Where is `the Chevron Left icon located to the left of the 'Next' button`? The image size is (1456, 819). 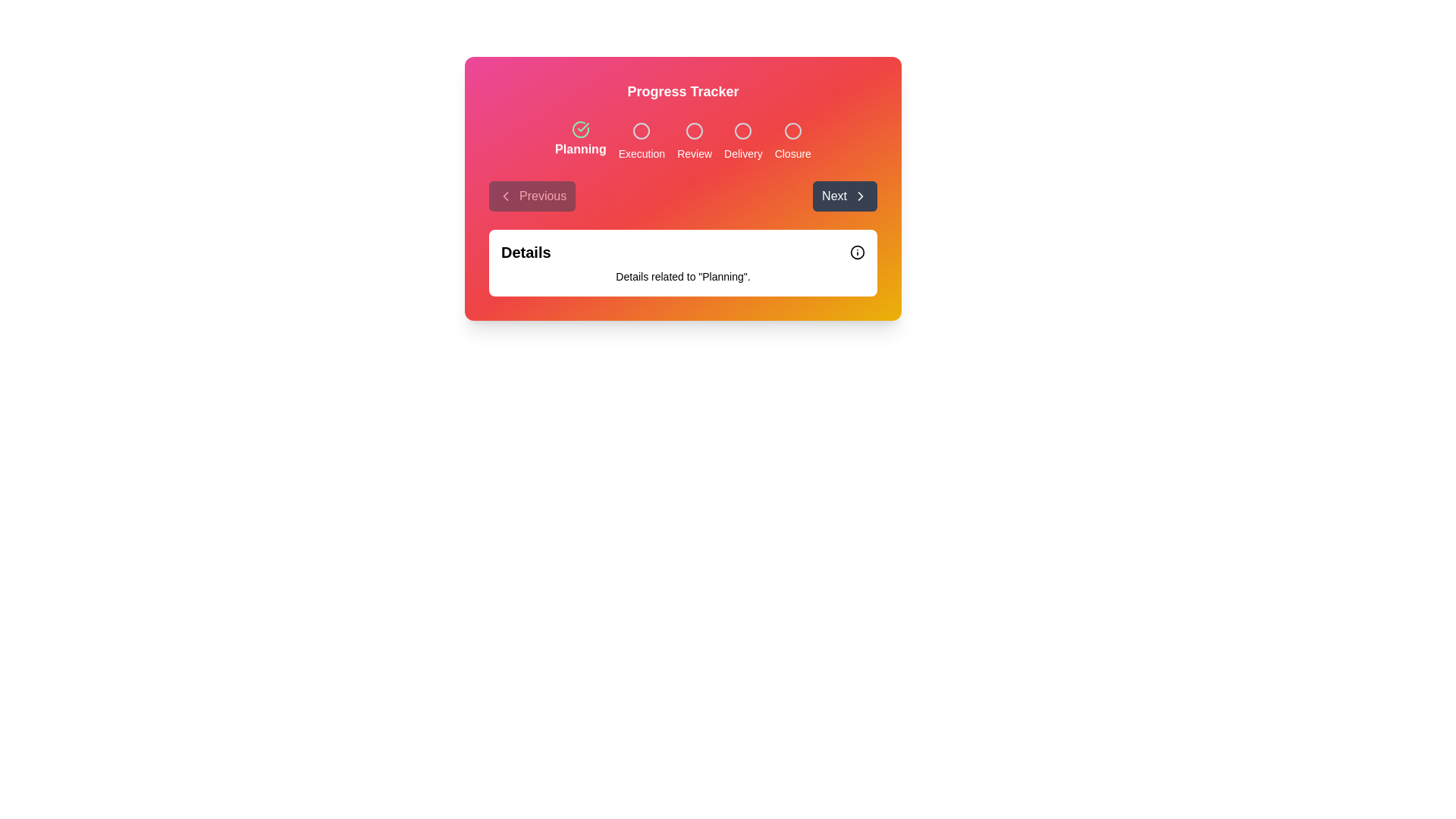
the Chevron Left icon located to the left of the 'Next' button is located at coordinates (506, 195).